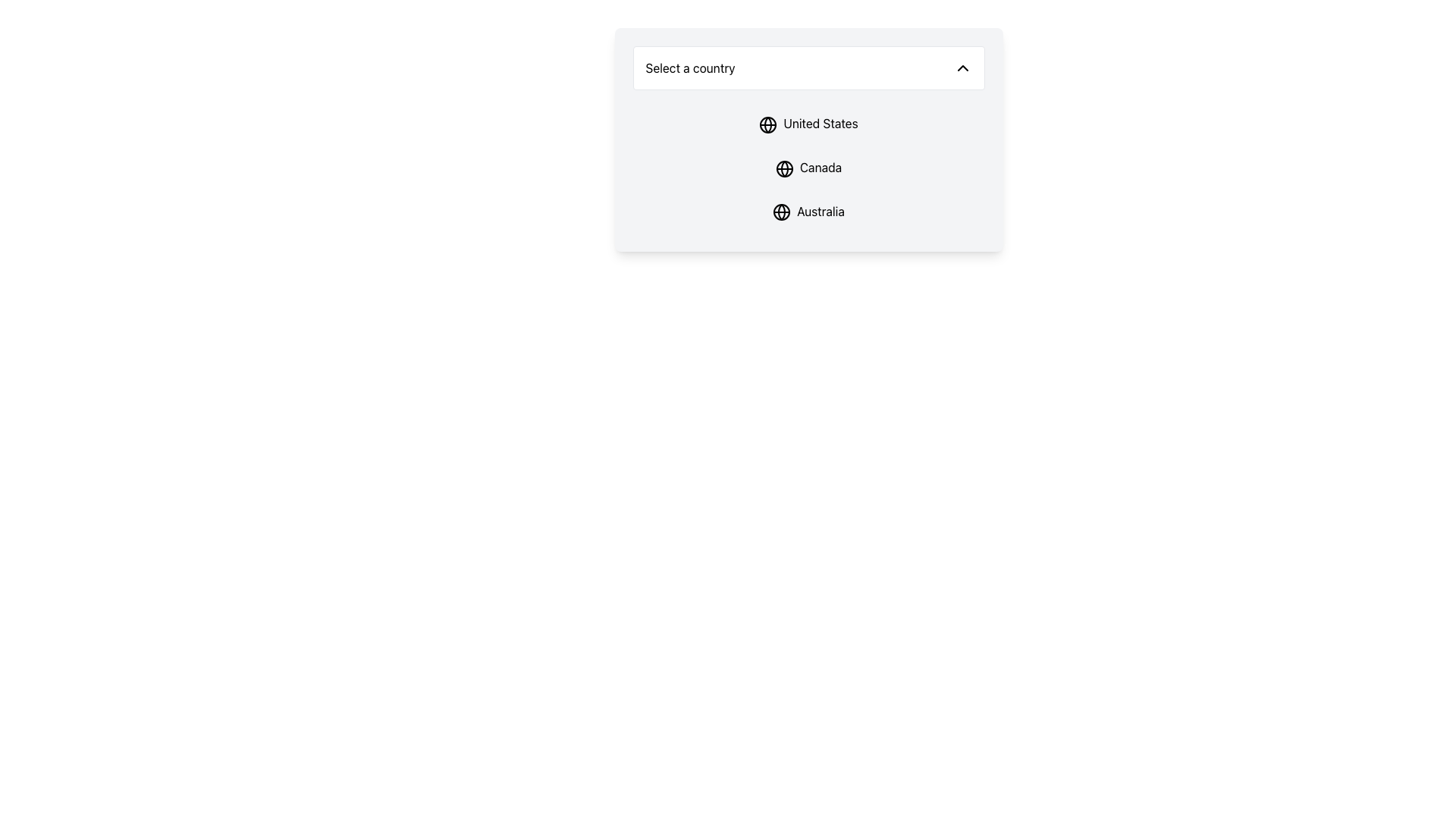 The width and height of the screenshot is (1456, 819). What do you see at coordinates (808, 212) in the screenshot?
I see `the label reading 'Australia' within the dropdown list` at bounding box center [808, 212].